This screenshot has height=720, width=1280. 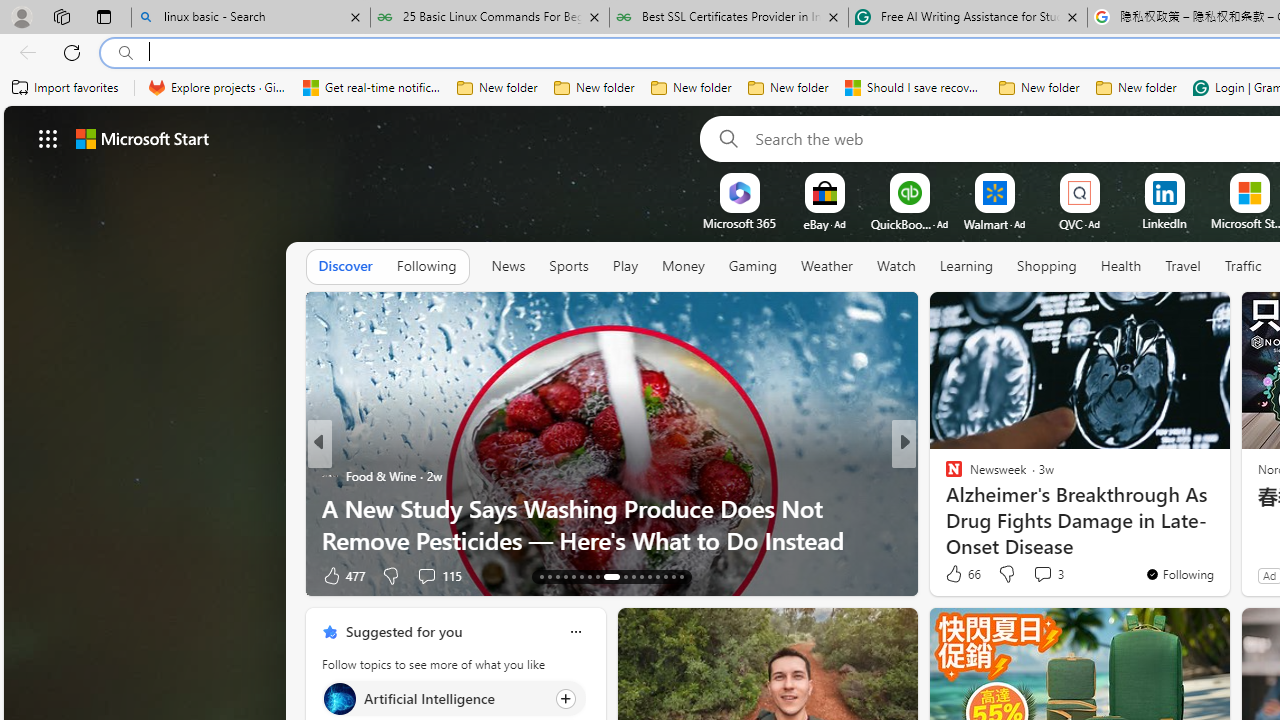 I want to click on 'AutomationID: tab-25', so click(x=649, y=577).